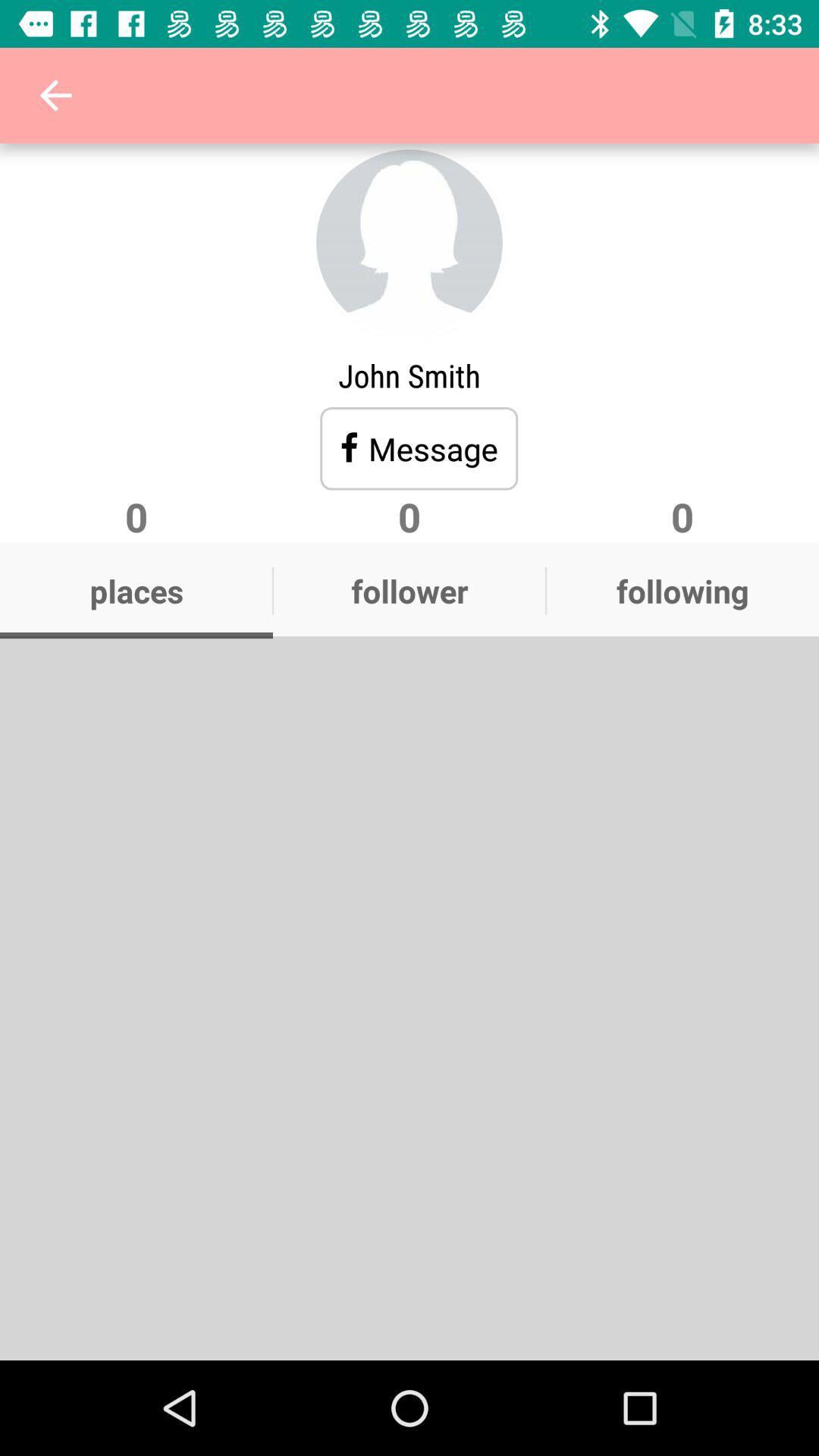  Describe the element at coordinates (681, 590) in the screenshot. I see `item next to the follower` at that location.